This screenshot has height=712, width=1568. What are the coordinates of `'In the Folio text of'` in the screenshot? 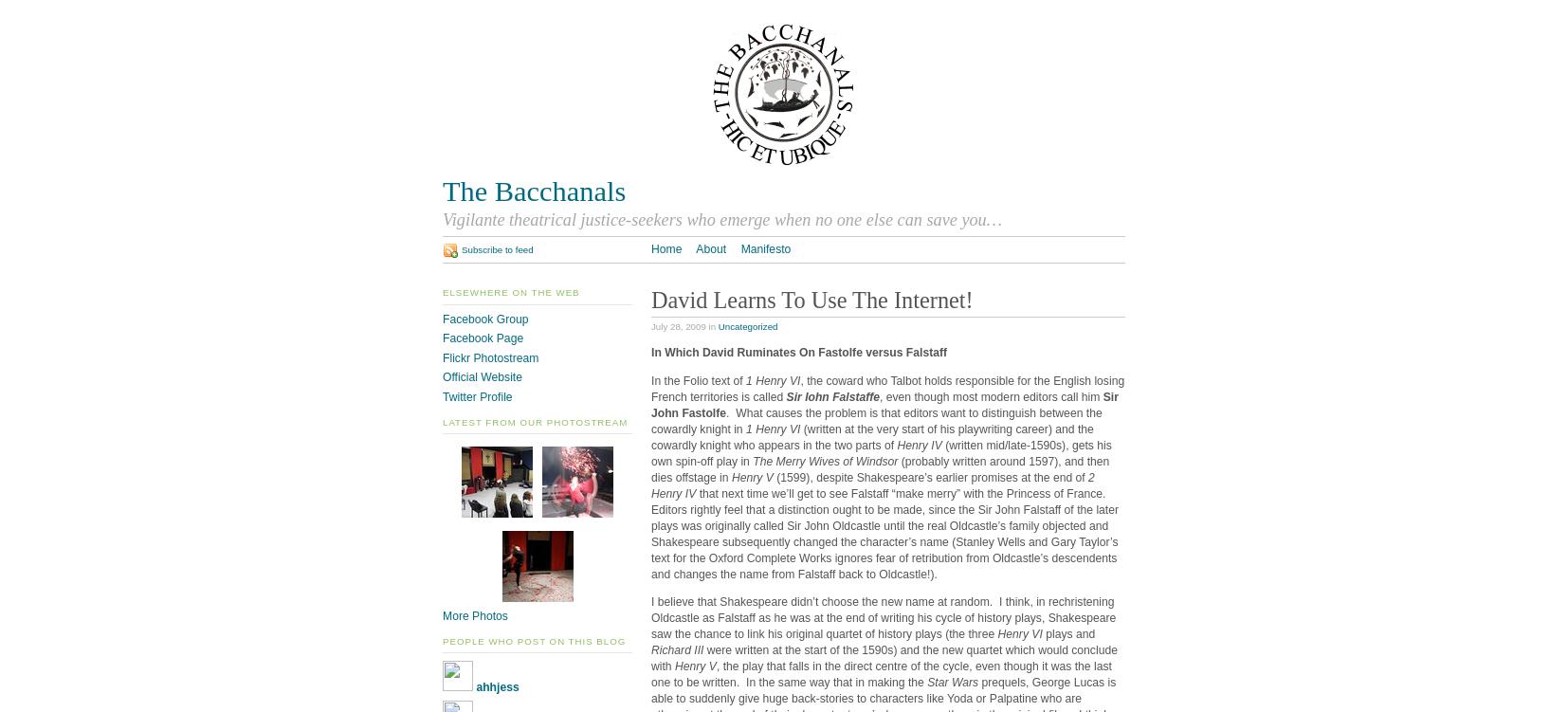 It's located at (699, 379).